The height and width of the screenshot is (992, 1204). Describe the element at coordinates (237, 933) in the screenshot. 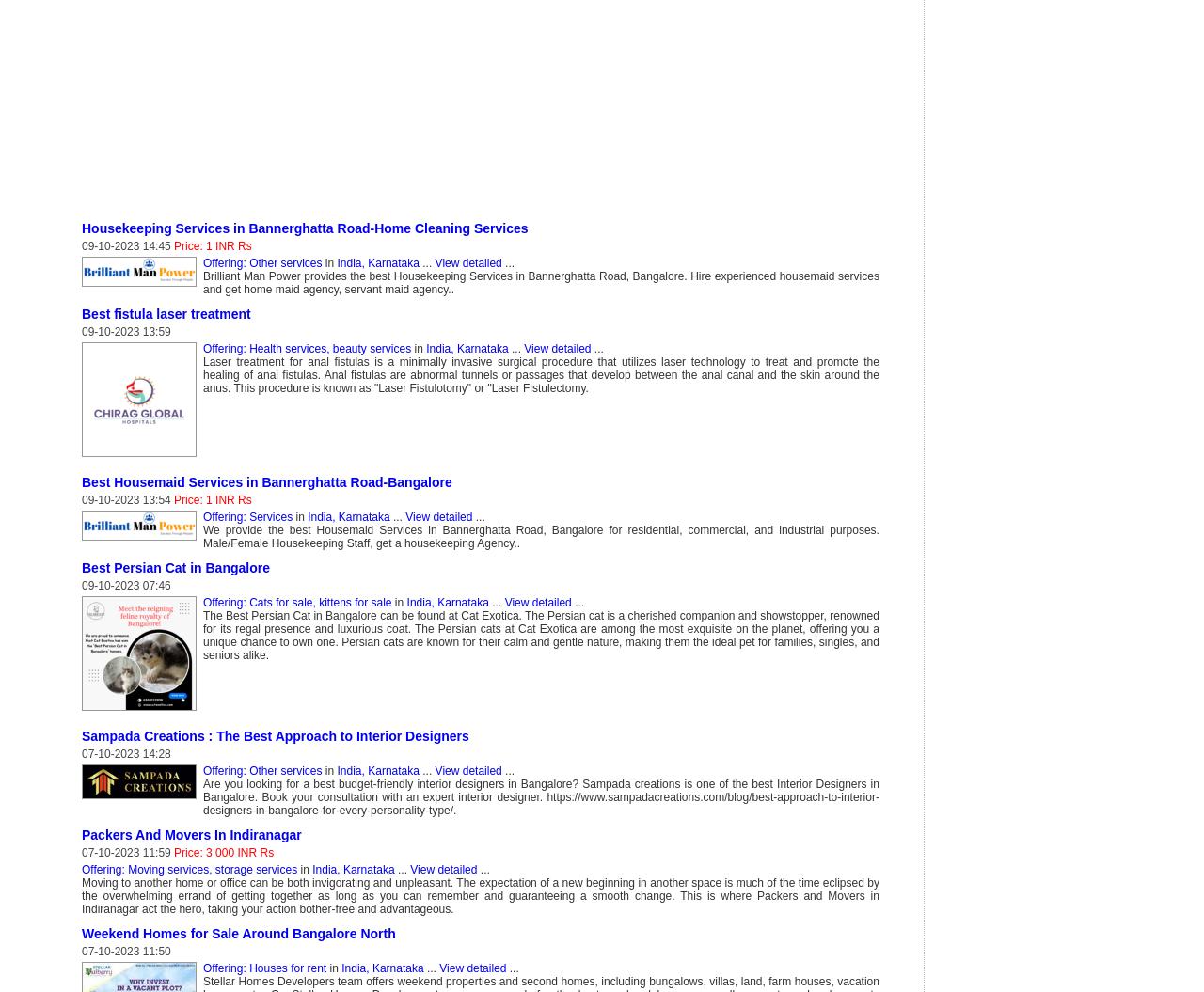

I see `'Weekend Homes for Sale Around Bangalore North'` at that location.